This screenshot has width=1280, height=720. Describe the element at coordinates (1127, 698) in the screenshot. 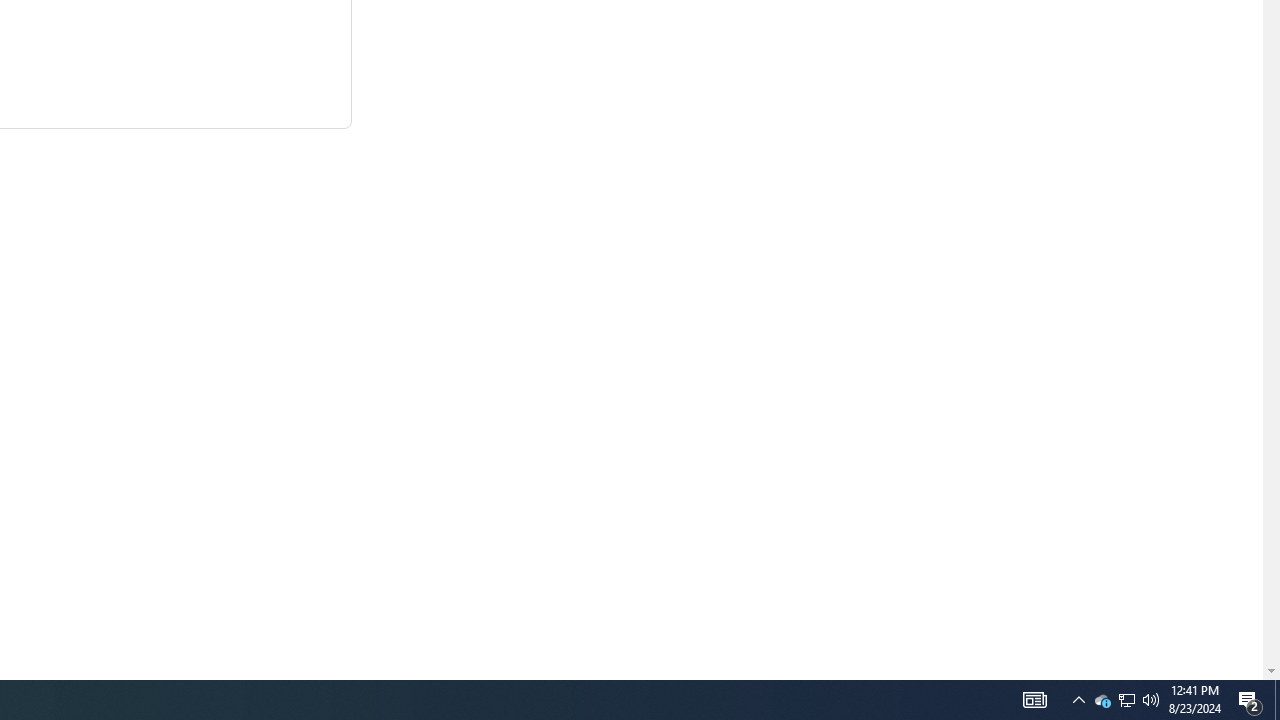

I see `'User Promoted Notification Area'` at that location.